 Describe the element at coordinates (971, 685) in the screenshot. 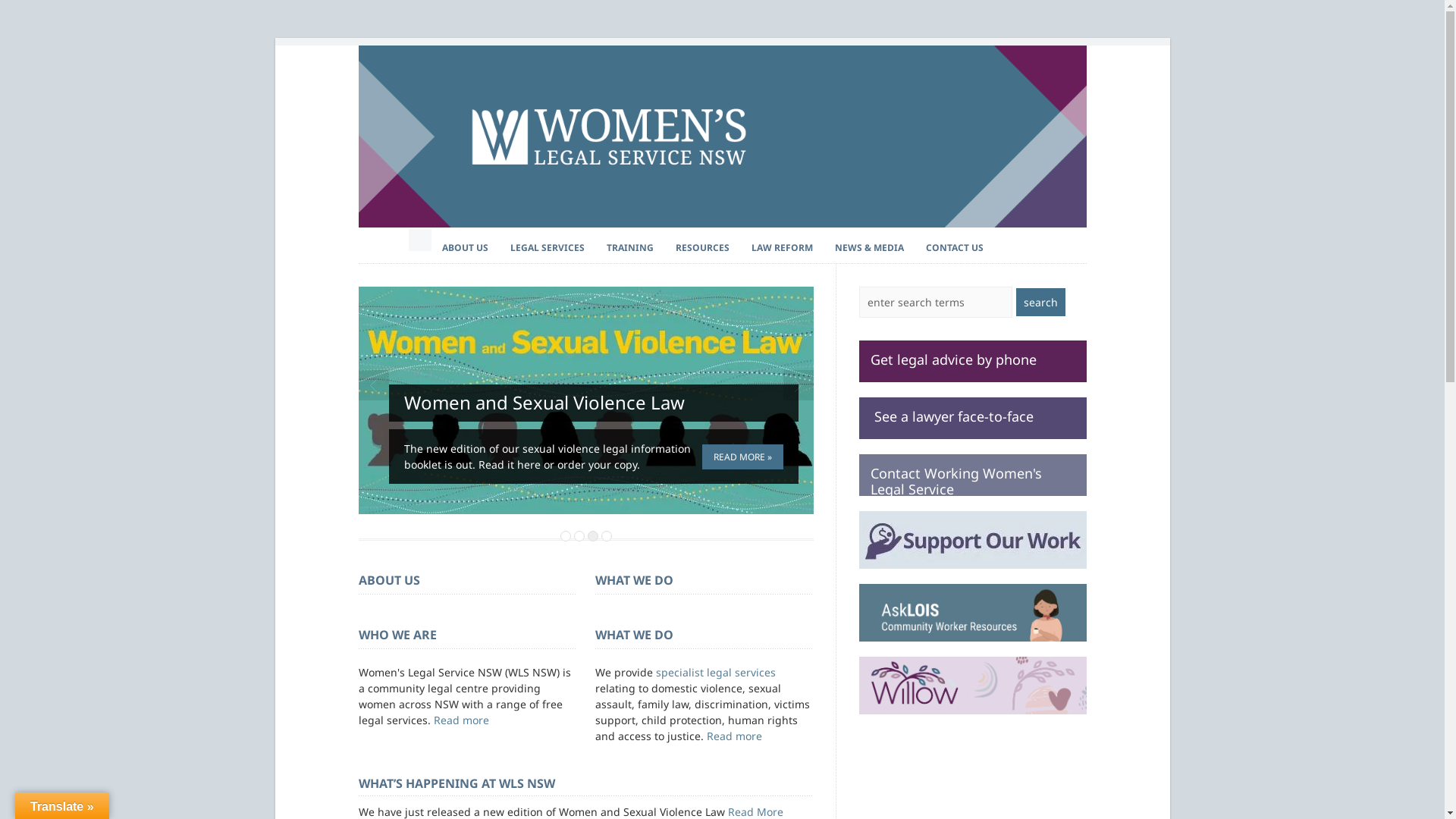

I see `'Willow - Women's legal advice on the go'` at that location.